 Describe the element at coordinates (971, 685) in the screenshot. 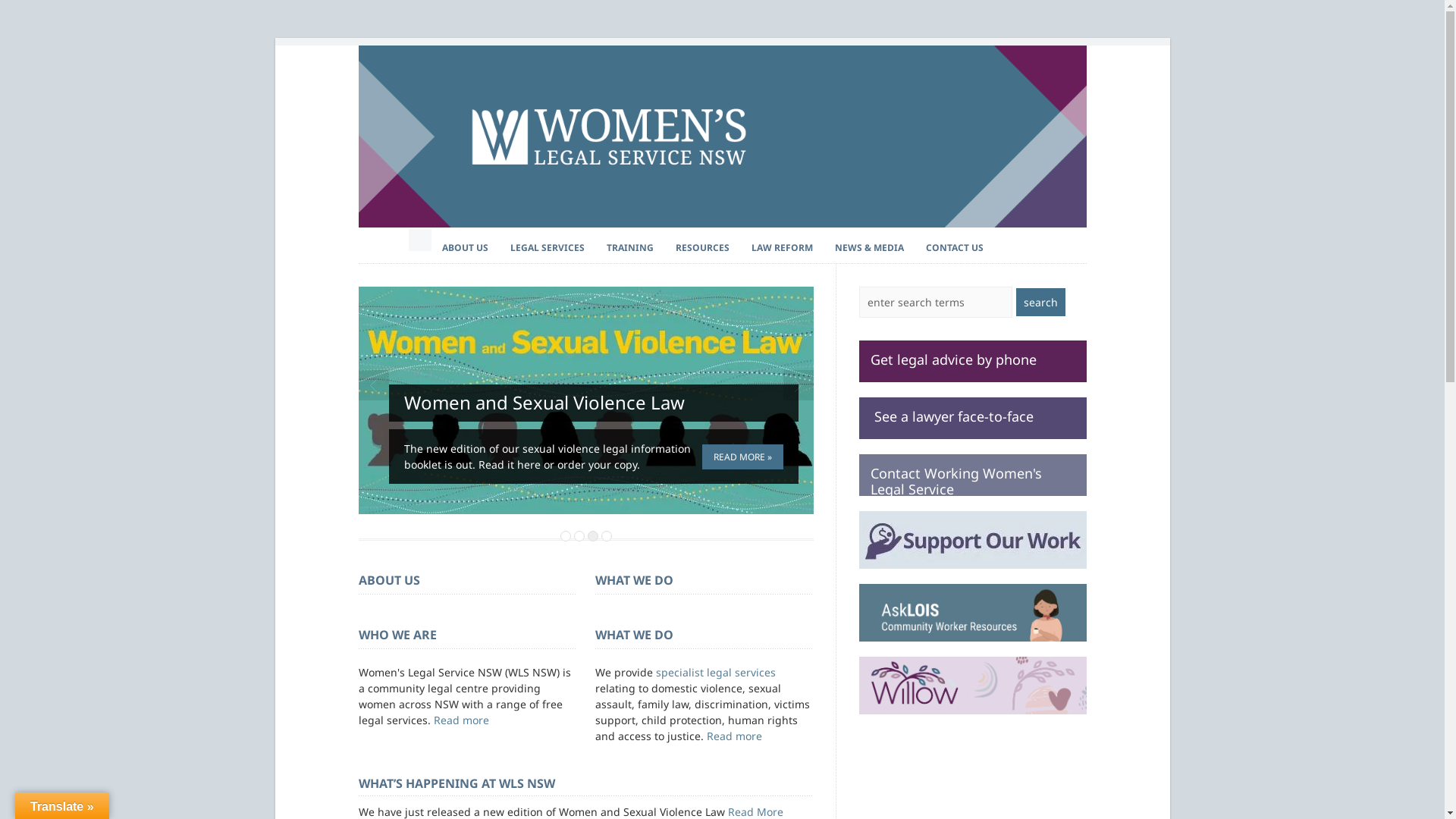

I see `'Willow - Women's legal advice on the go'` at that location.